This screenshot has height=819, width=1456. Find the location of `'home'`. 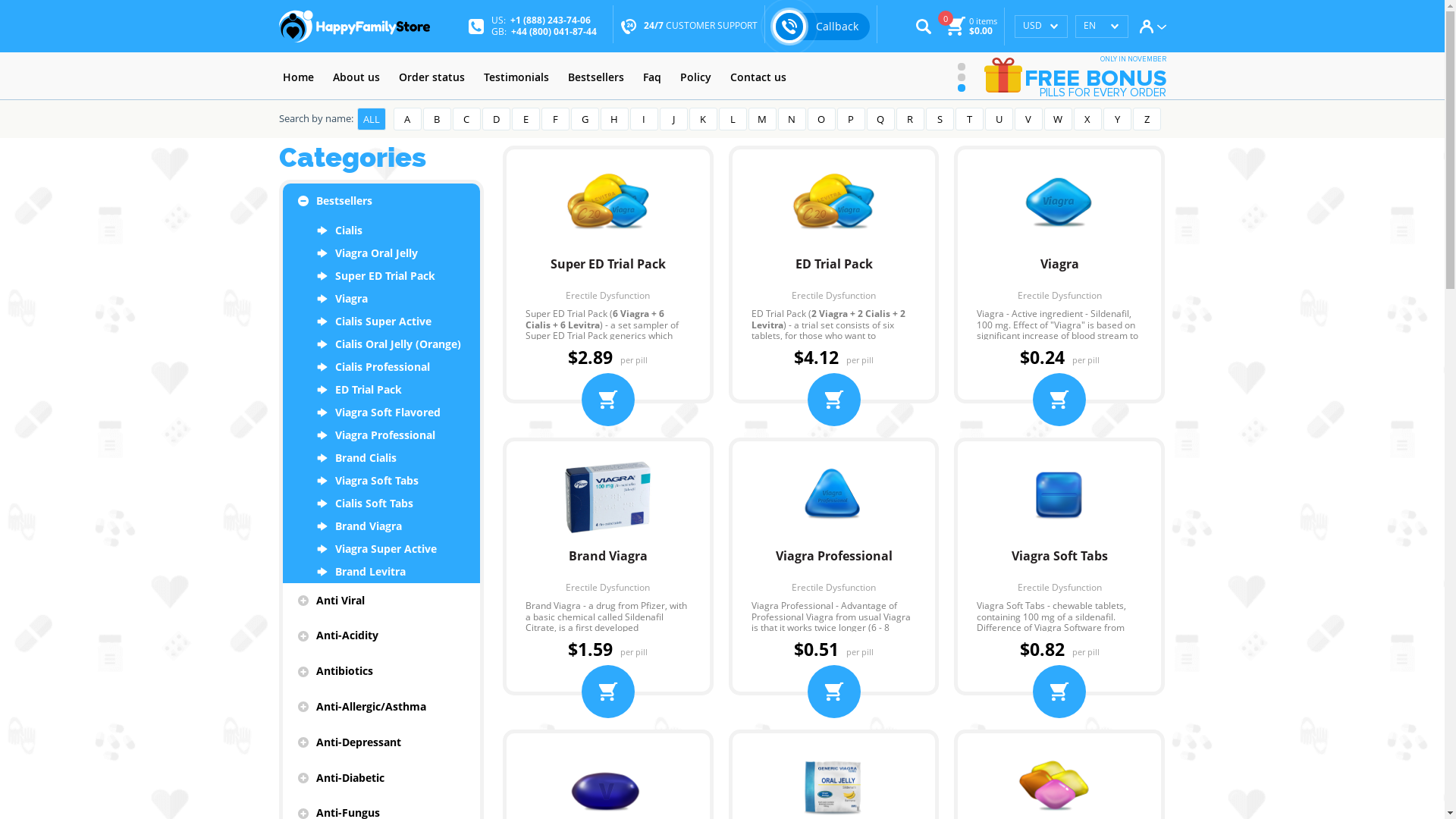

'home' is located at coordinates (279, 77).